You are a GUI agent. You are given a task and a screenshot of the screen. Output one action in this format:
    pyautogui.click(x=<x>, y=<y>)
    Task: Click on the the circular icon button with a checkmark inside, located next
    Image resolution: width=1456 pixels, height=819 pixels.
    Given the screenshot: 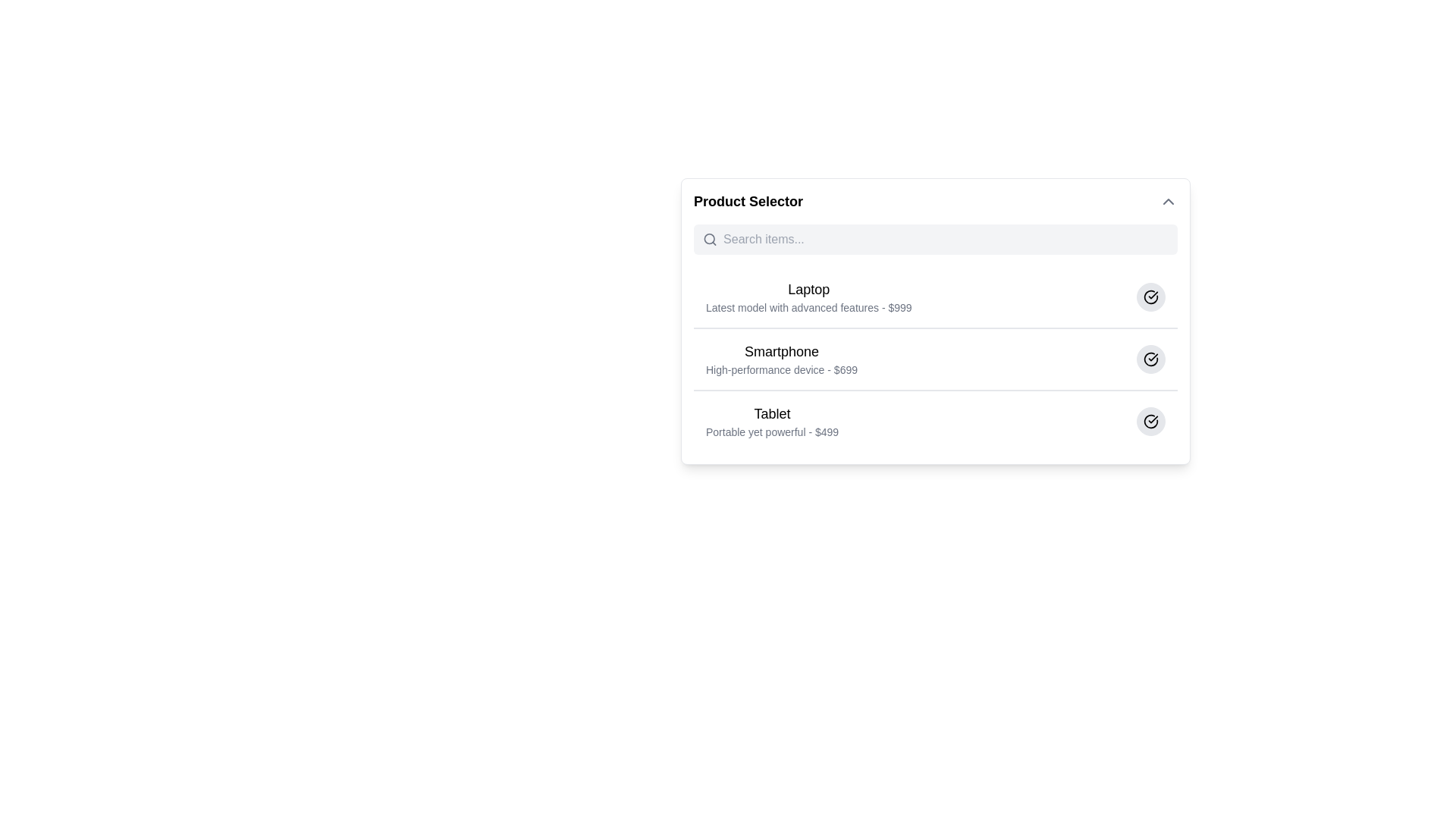 What is the action you would take?
    pyautogui.click(x=1150, y=359)
    